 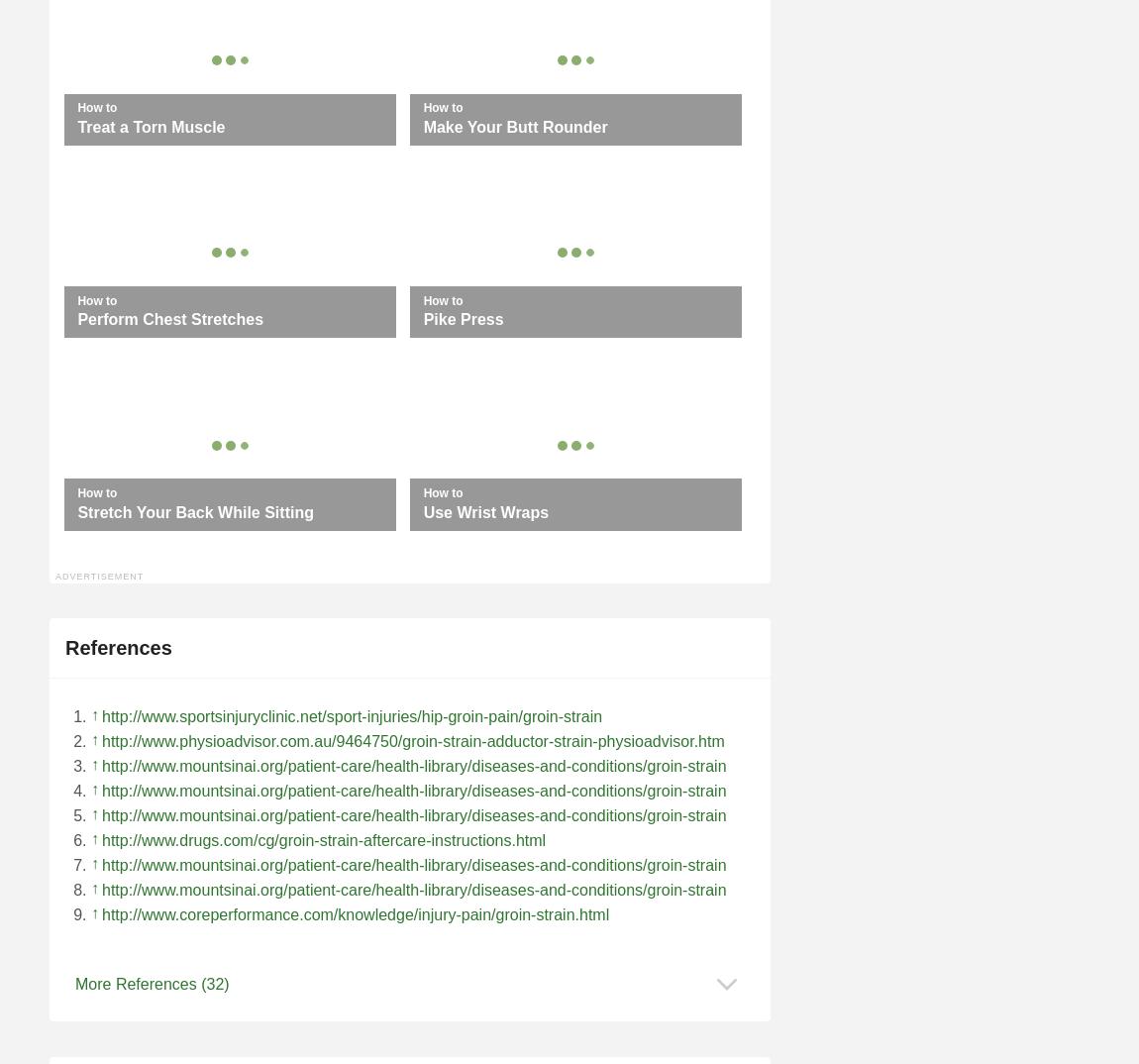 What do you see at coordinates (323, 839) in the screenshot?
I see `'http://www.drugs.com/cg/groin-strain-aftercare-instructions.html'` at bounding box center [323, 839].